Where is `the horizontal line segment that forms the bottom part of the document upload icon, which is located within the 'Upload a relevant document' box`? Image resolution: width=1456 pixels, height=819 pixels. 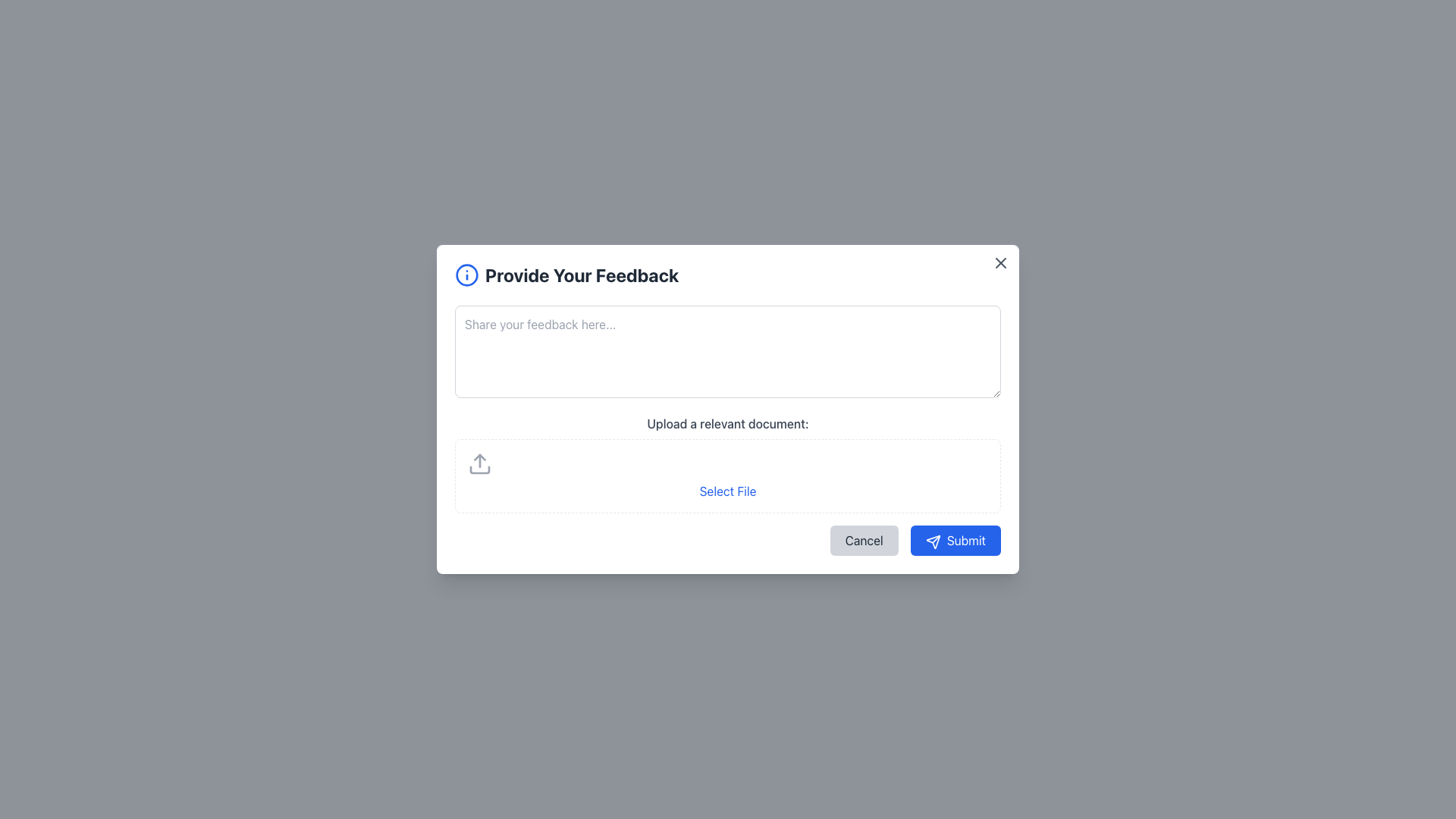 the horizontal line segment that forms the bottom part of the document upload icon, which is located within the 'Upload a relevant document' box is located at coordinates (479, 469).